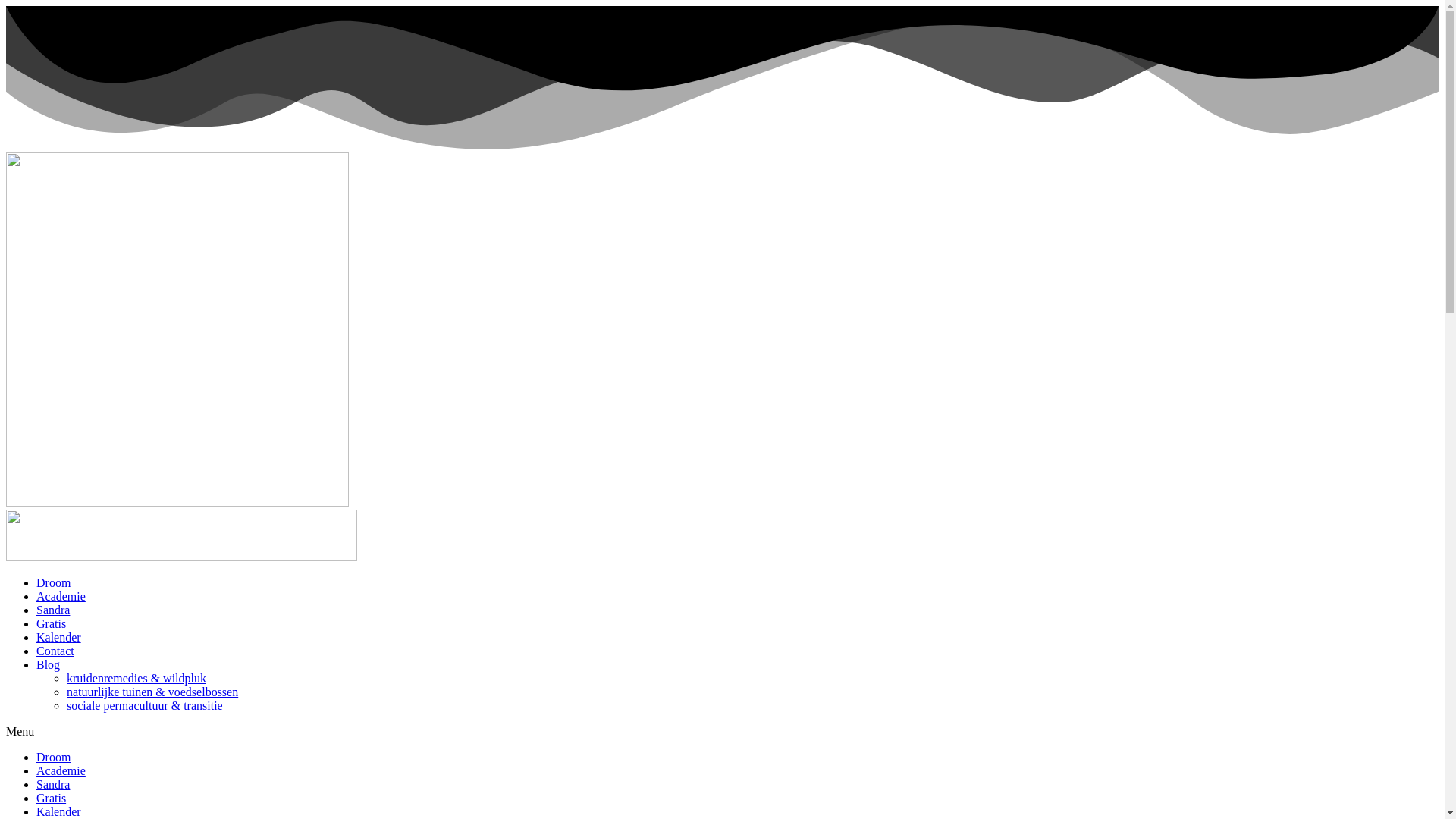  Describe the element at coordinates (36, 770) in the screenshot. I see `'Academie'` at that location.